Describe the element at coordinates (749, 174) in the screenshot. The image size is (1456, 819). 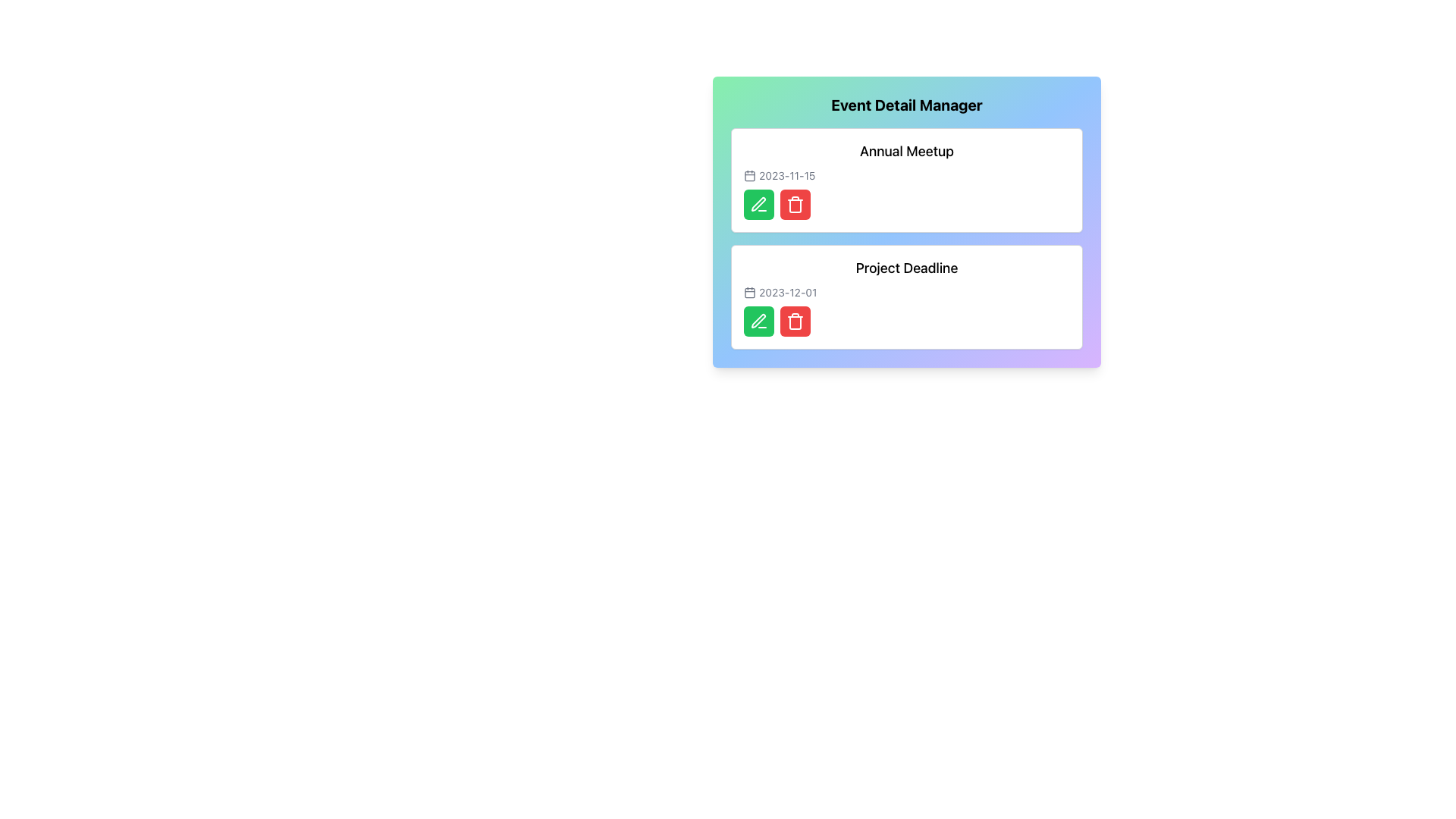
I see `the calendar icon located to the left of the date '2023-11-15' in the top section of the interface, enhancing the context of scheduling information` at that location.